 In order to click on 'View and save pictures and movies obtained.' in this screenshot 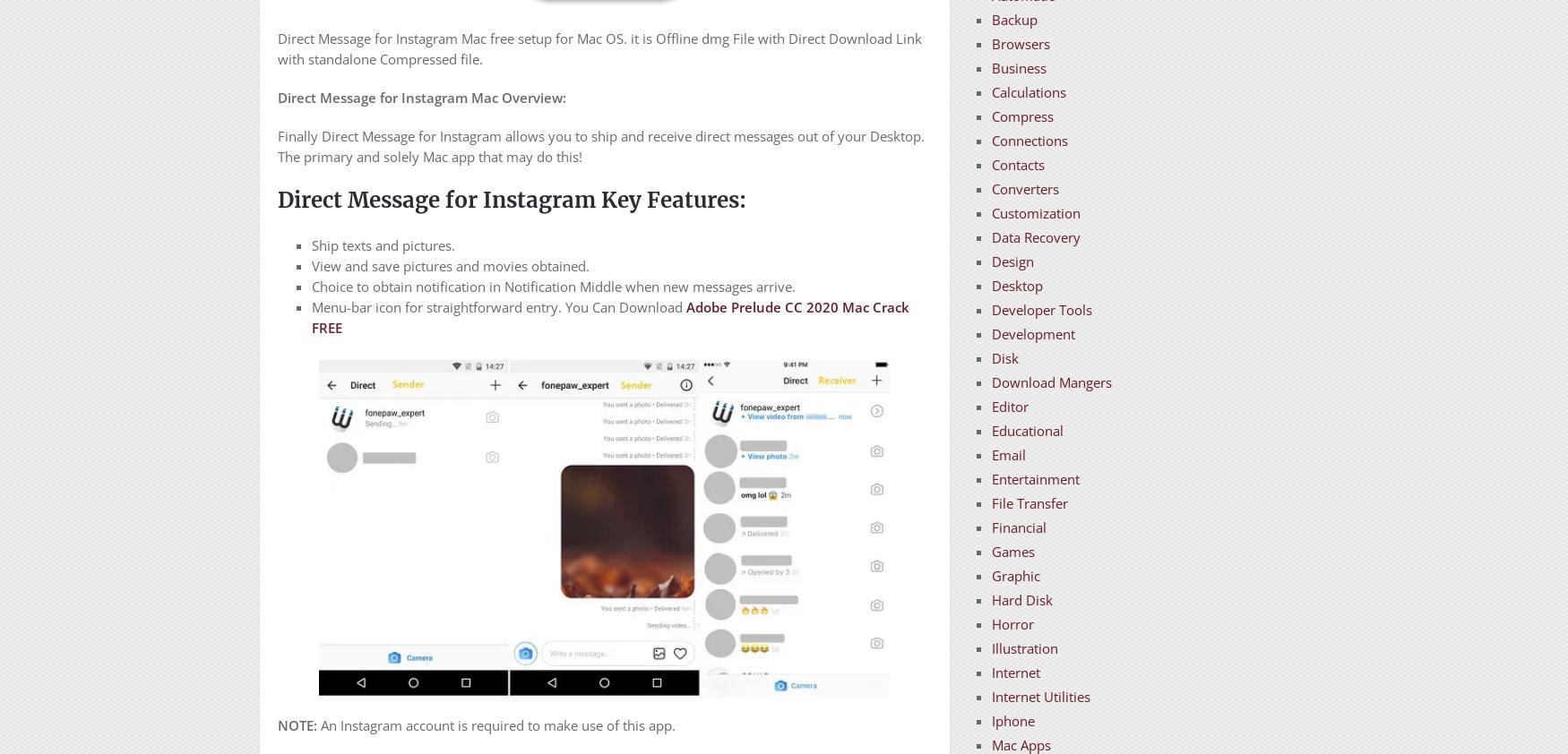, I will do `click(449, 265)`.